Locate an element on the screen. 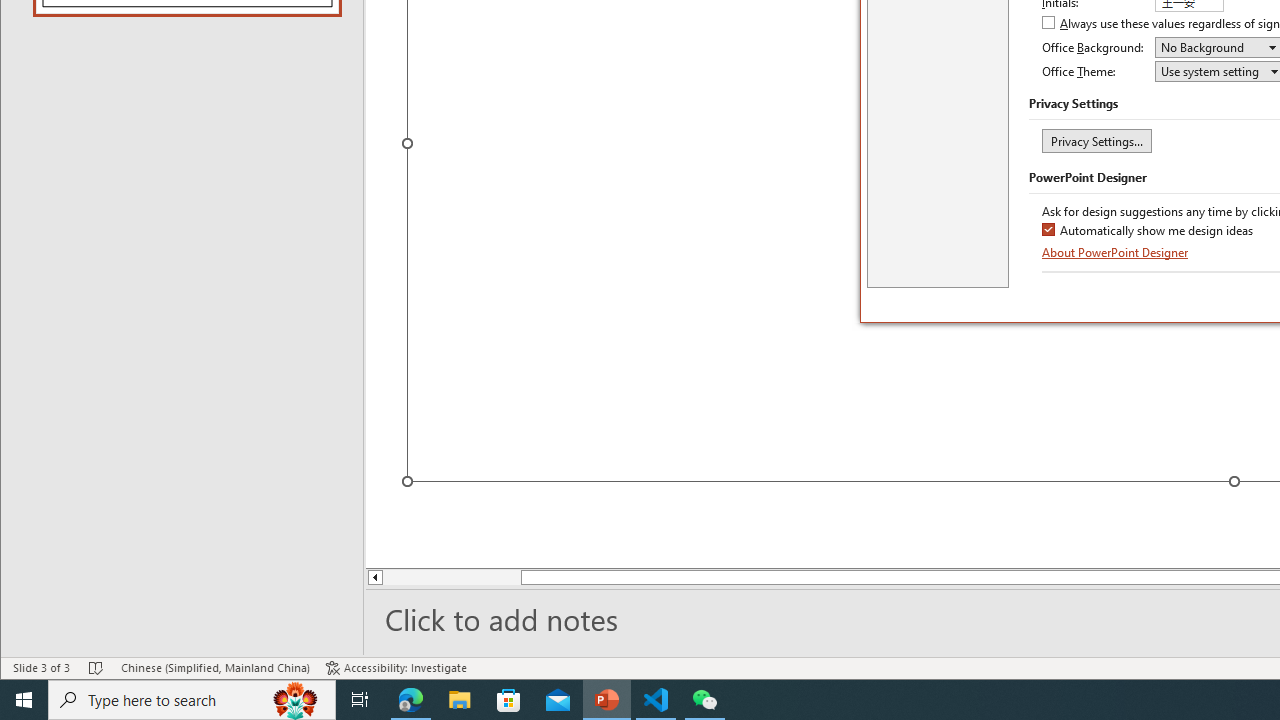 This screenshot has height=720, width=1280. 'Privacy Settings...' is located at coordinates (1095, 139).